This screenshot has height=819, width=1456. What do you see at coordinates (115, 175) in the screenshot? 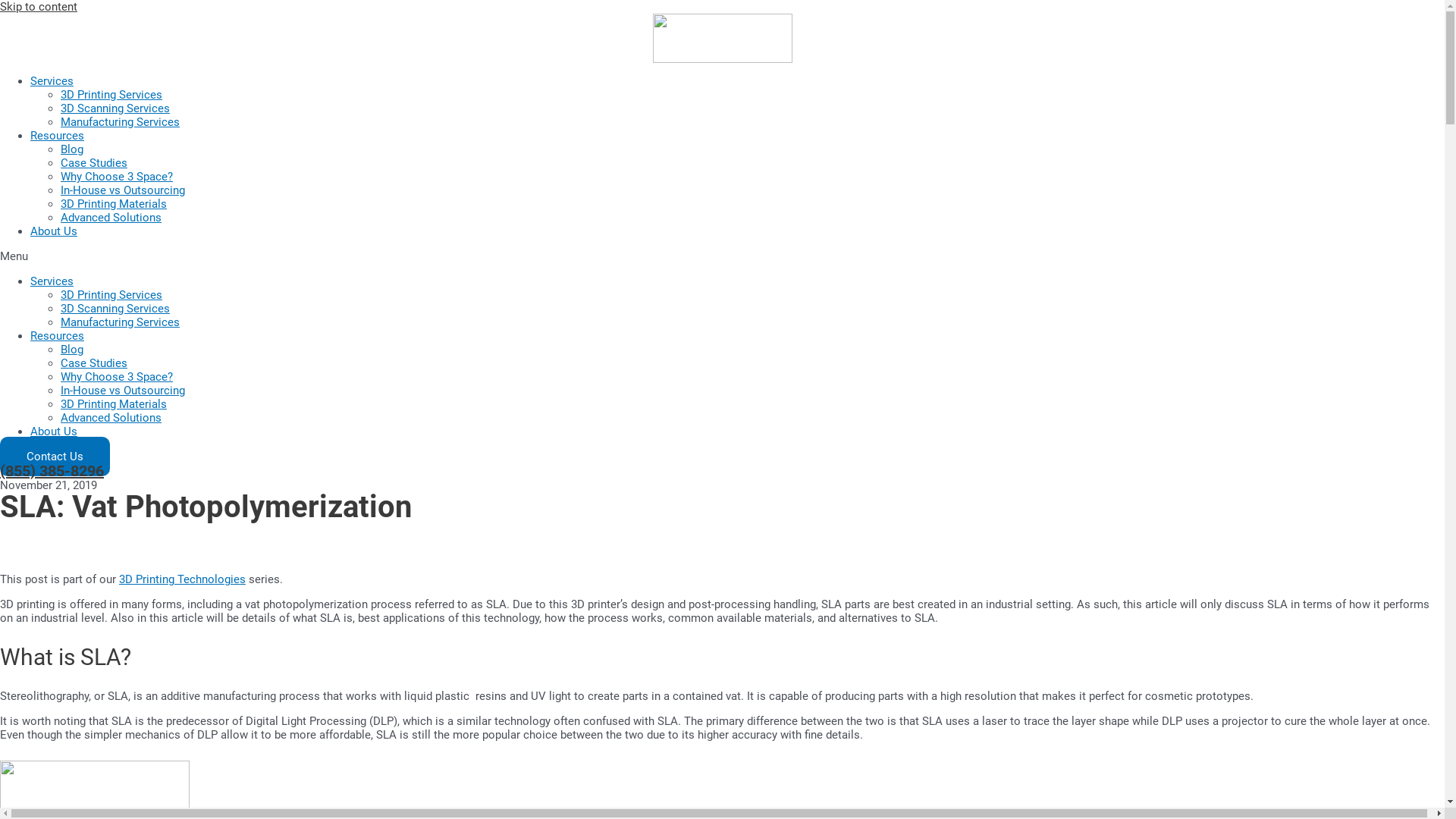
I see `'Why Choose 3 Space?'` at bounding box center [115, 175].